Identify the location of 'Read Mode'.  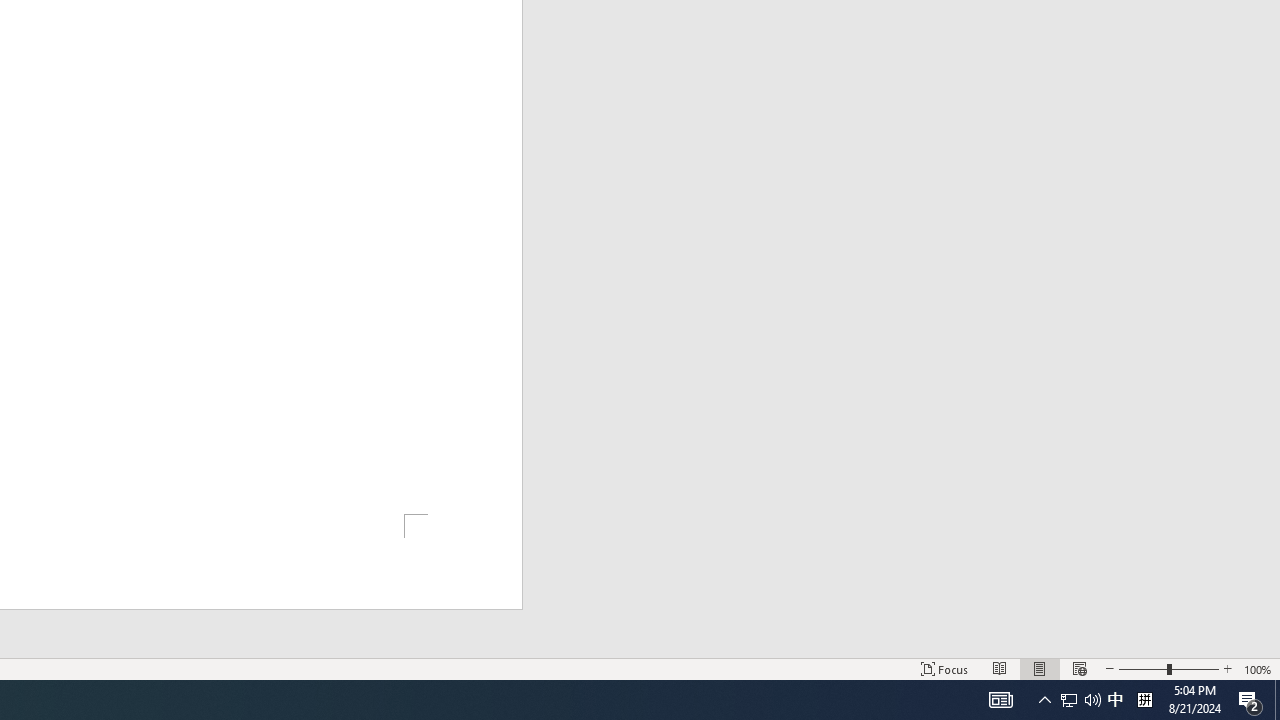
(1000, 669).